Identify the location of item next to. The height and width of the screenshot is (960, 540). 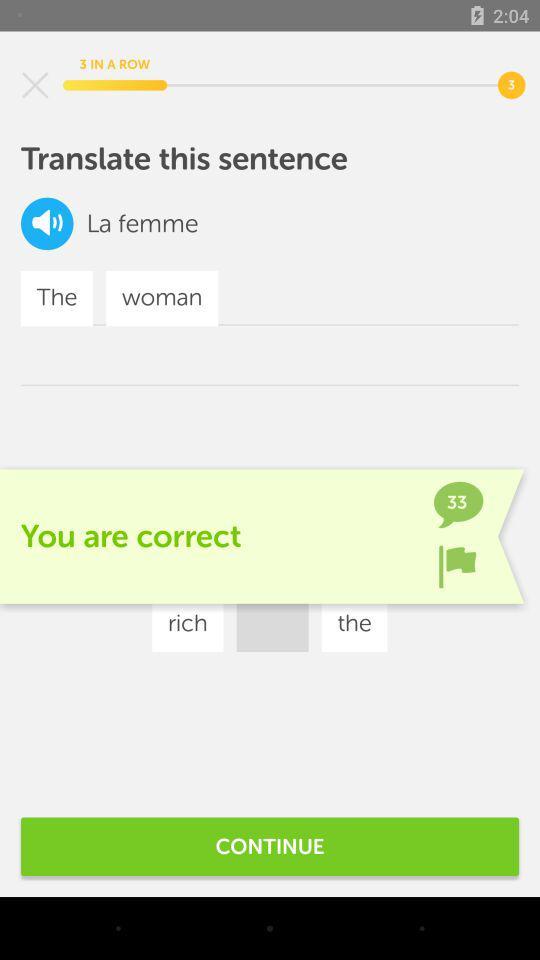
(98, 223).